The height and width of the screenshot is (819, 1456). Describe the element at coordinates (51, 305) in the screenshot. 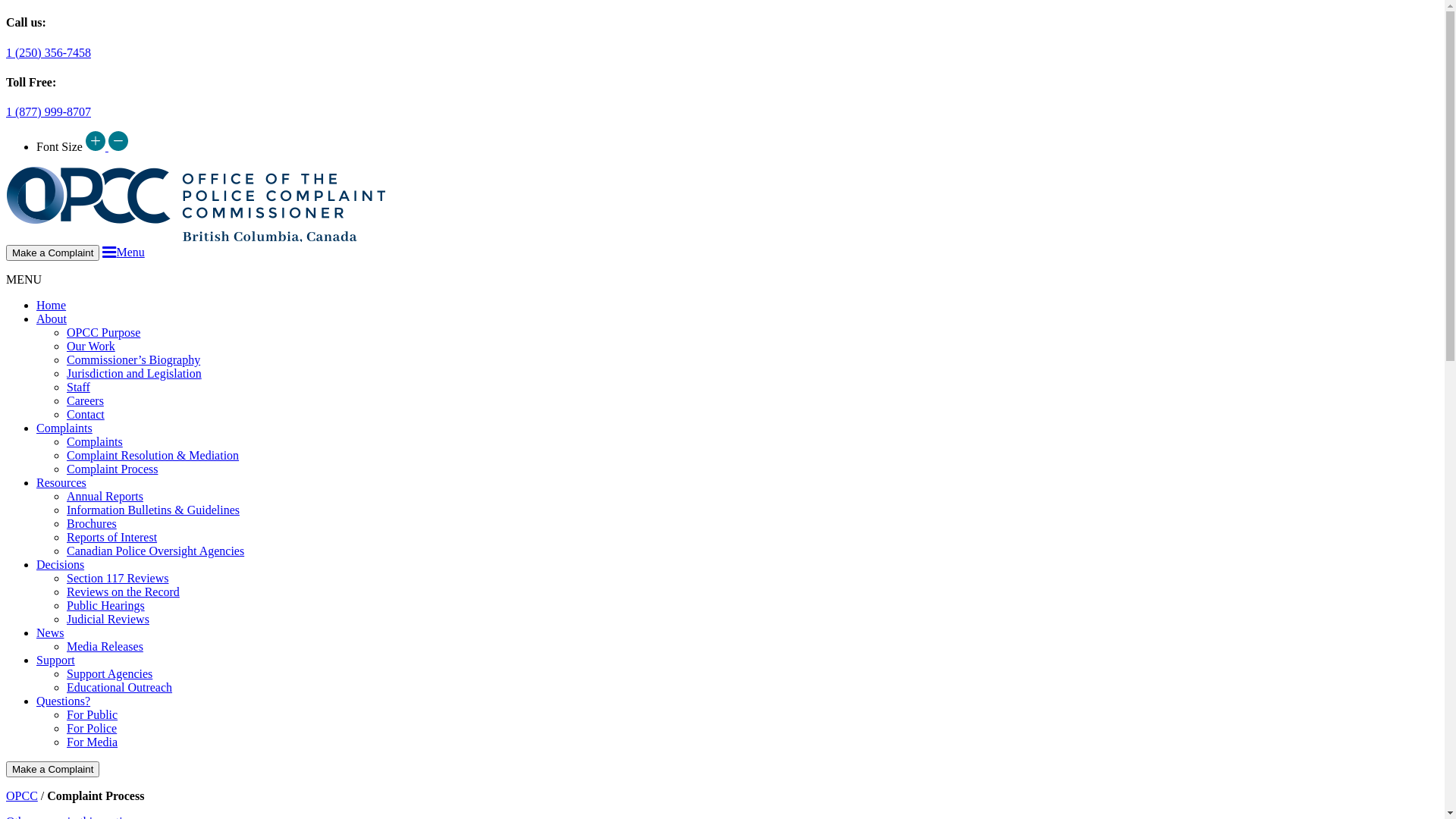

I see `'Home'` at that location.